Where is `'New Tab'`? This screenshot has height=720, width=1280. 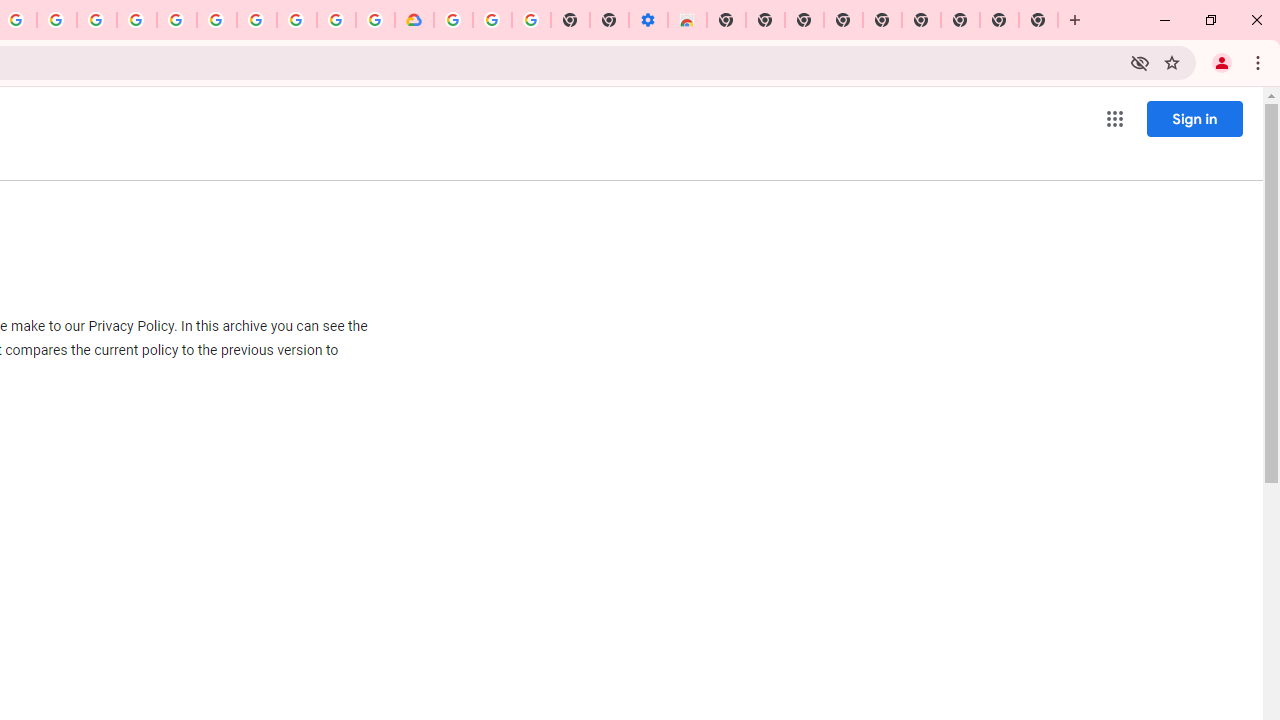
'New Tab' is located at coordinates (1038, 20).